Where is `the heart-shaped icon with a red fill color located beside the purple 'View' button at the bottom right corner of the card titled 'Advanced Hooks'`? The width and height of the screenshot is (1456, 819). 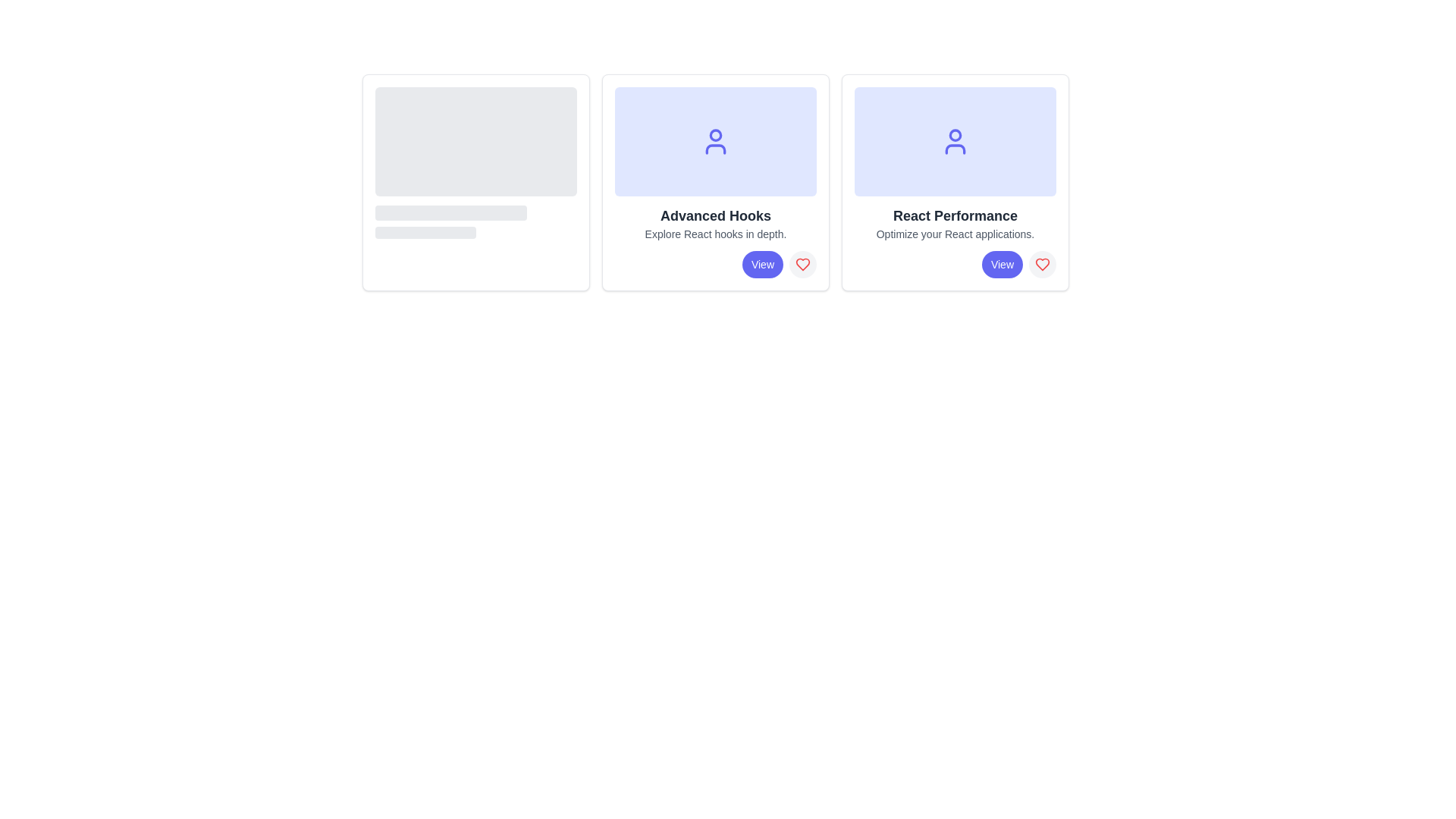
the heart-shaped icon with a red fill color located beside the purple 'View' button at the bottom right corner of the card titled 'Advanced Hooks' is located at coordinates (802, 263).